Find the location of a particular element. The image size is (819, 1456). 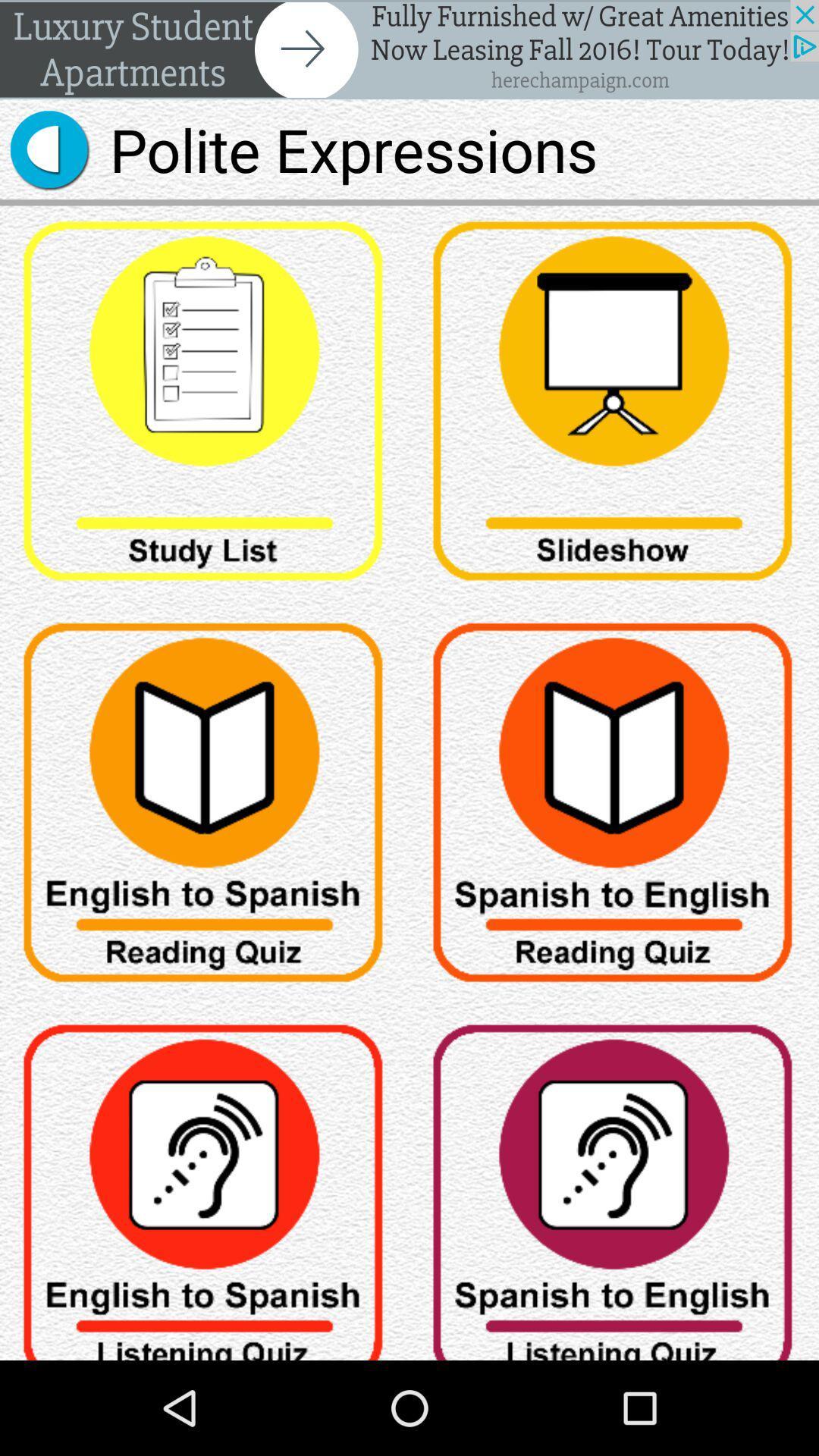

advertisement is located at coordinates (409, 49).